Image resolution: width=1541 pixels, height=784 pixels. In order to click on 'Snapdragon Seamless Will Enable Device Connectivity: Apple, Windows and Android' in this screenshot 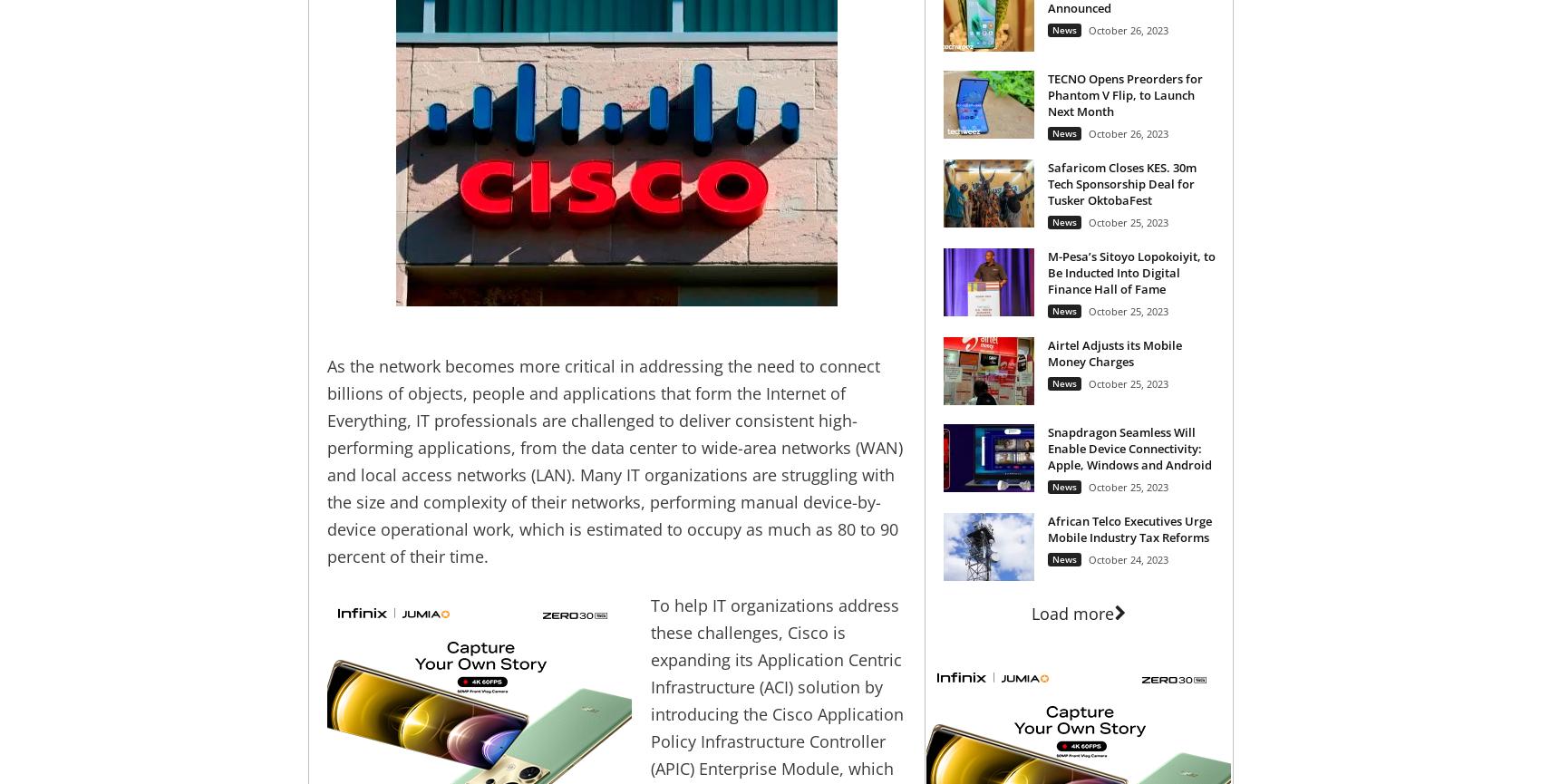, I will do `click(1128, 447)`.